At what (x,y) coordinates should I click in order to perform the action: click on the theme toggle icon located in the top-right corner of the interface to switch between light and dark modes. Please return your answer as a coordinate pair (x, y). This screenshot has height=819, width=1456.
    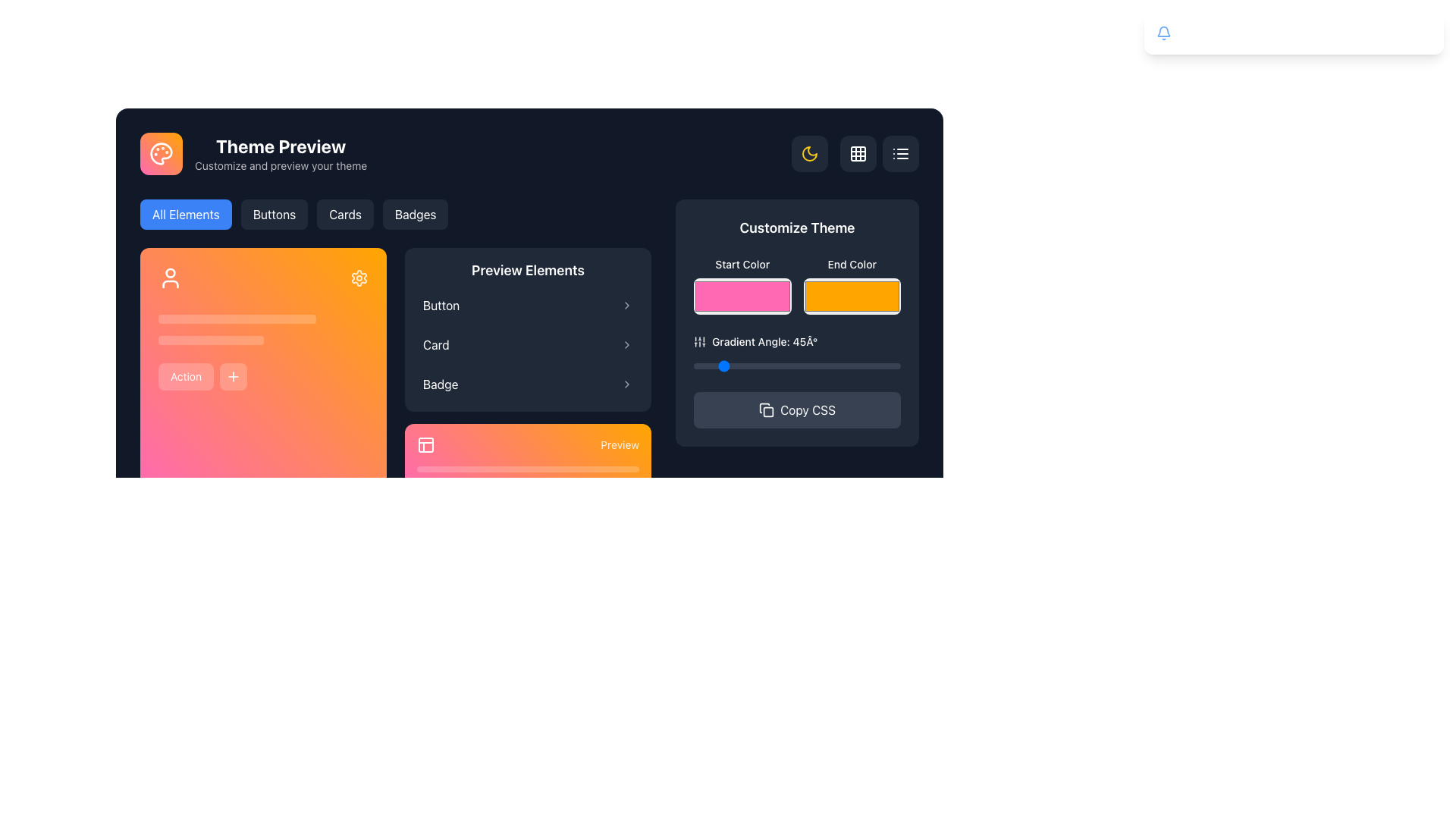
    Looking at the image, I should click on (809, 154).